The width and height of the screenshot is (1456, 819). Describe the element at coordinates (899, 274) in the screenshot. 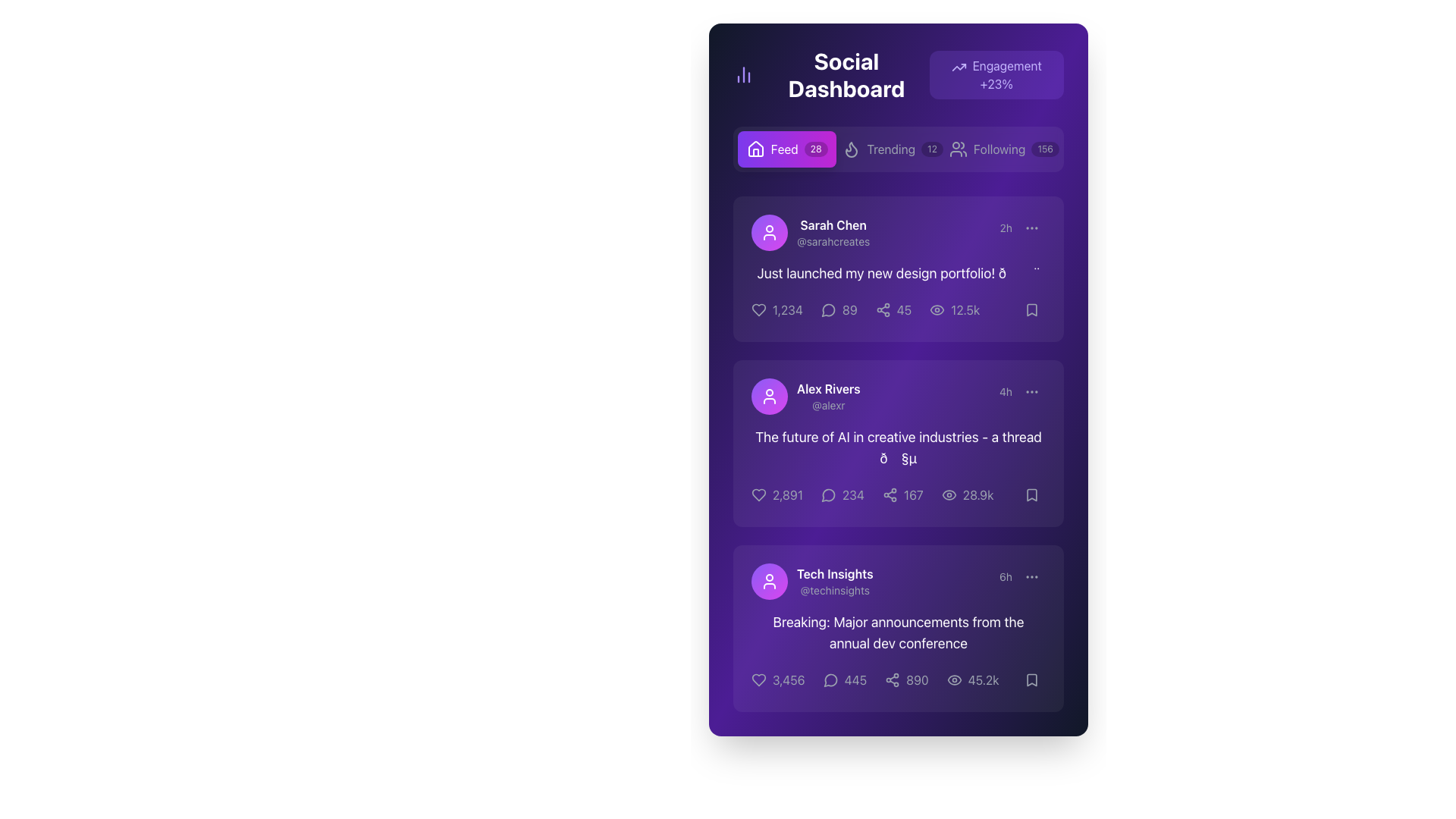

I see `the text label displaying 'Just launched my new design portfolio! 🎨', which is styled in white text on a purple background, located in the user's post section beneath 'Sarah Chen'` at that location.